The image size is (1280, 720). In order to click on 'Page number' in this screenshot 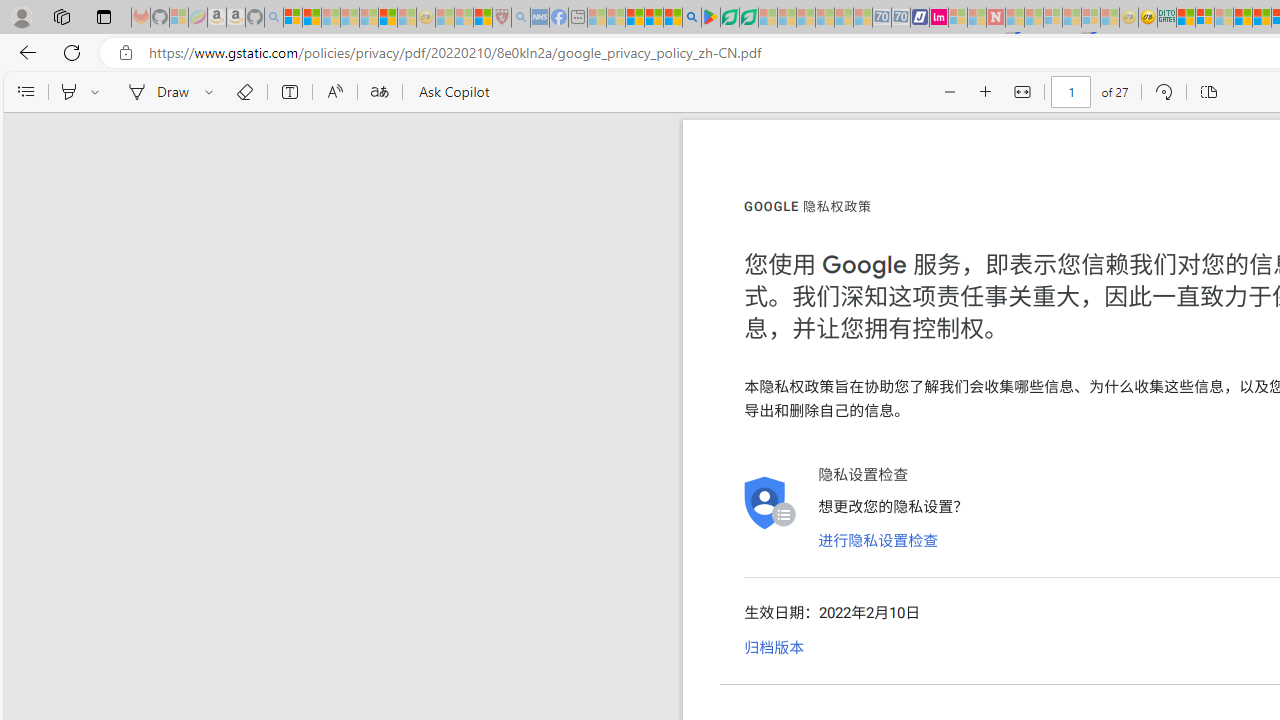, I will do `click(1070, 92)`.